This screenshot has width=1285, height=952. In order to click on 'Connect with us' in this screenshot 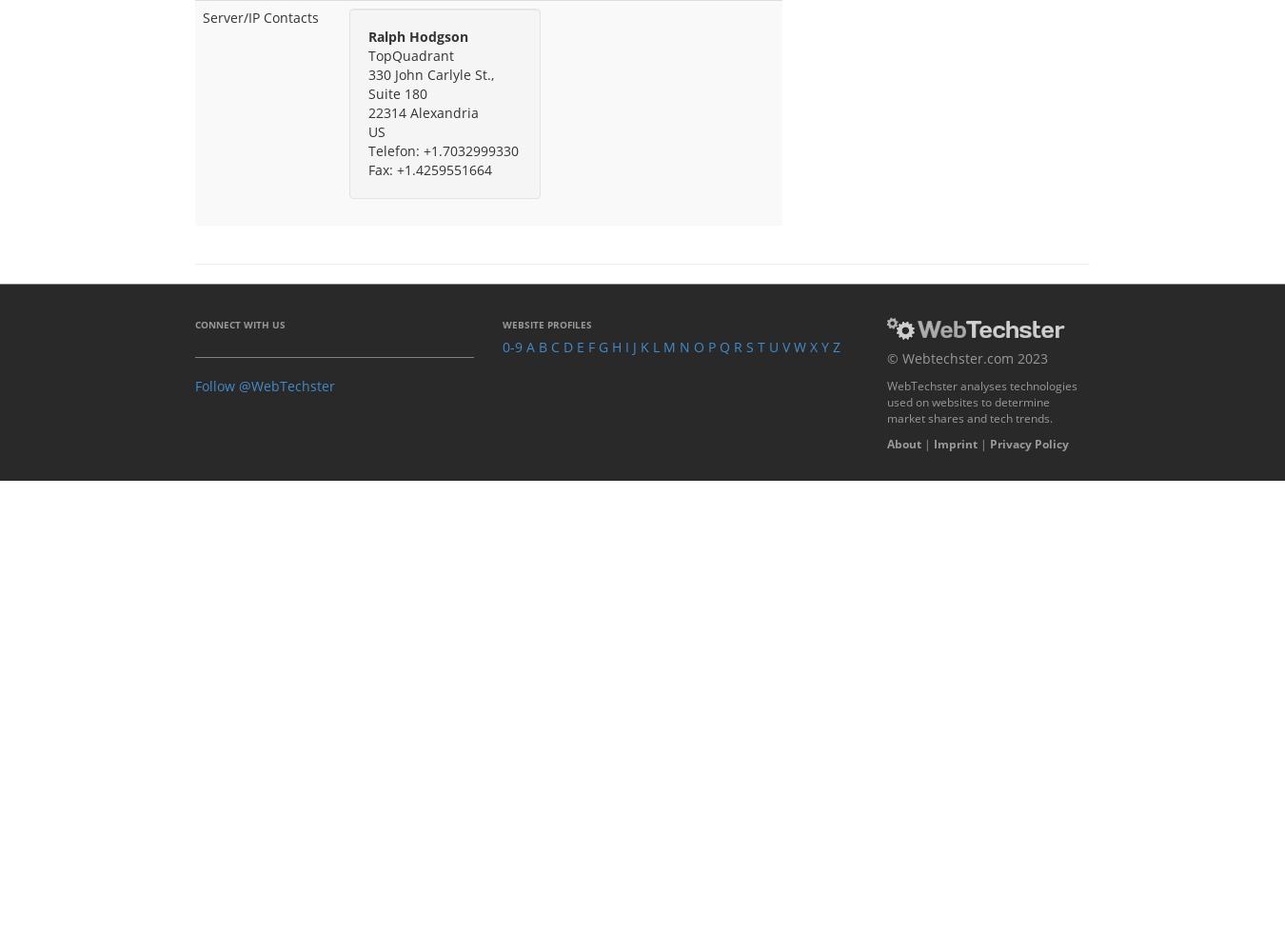, I will do `click(239, 323)`.